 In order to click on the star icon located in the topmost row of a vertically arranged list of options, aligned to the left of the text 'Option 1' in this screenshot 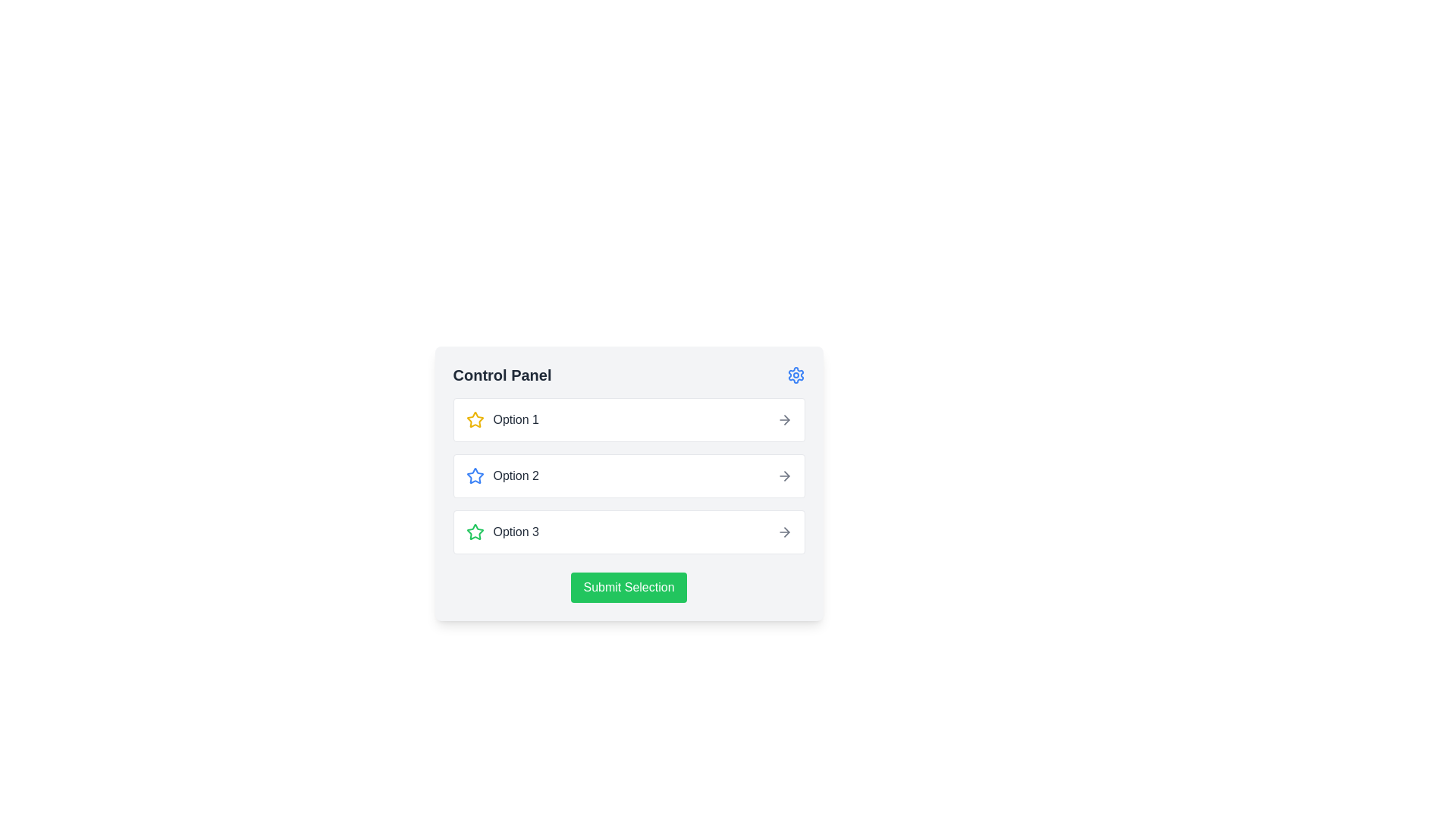, I will do `click(474, 420)`.